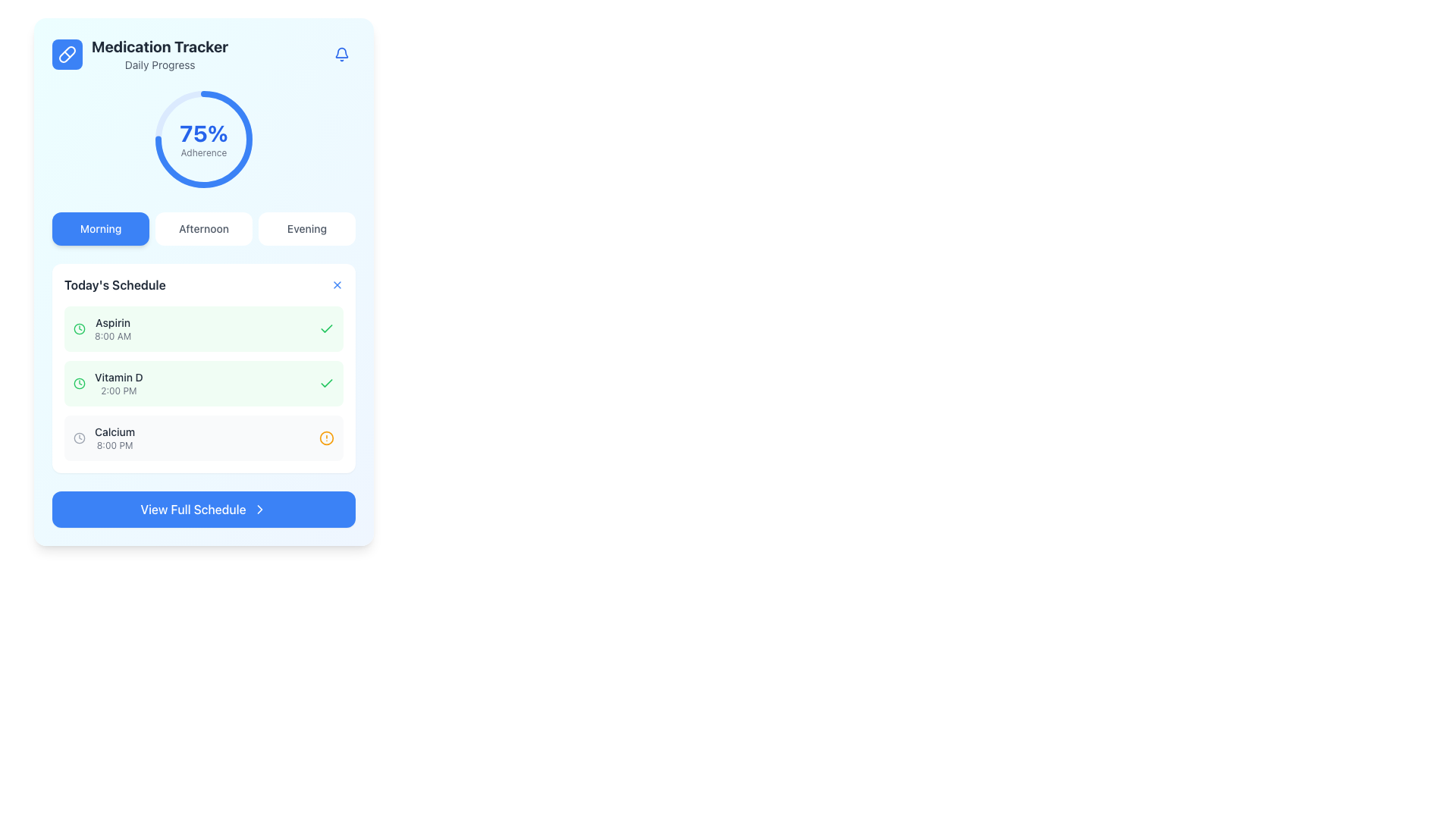 This screenshot has width=1456, height=819. What do you see at coordinates (341, 52) in the screenshot?
I see `the blue outlined bell icon located in the top-right corner near the 'Medication Tracker' section to use it as a reference for notifications` at bounding box center [341, 52].